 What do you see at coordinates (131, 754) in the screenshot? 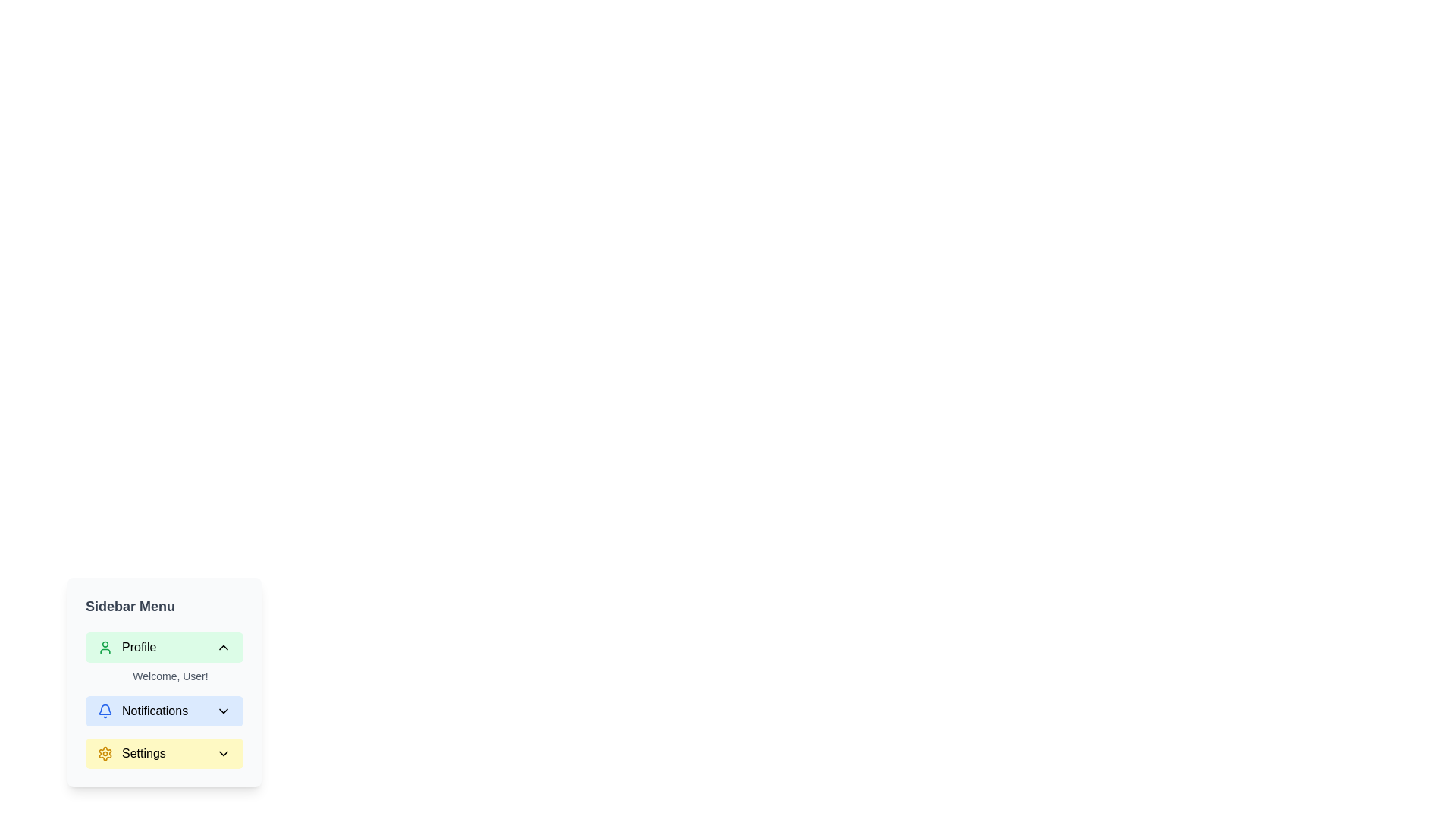
I see `on the 'Settings' label with gear icon in the sidebar menu` at bounding box center [131, 754].